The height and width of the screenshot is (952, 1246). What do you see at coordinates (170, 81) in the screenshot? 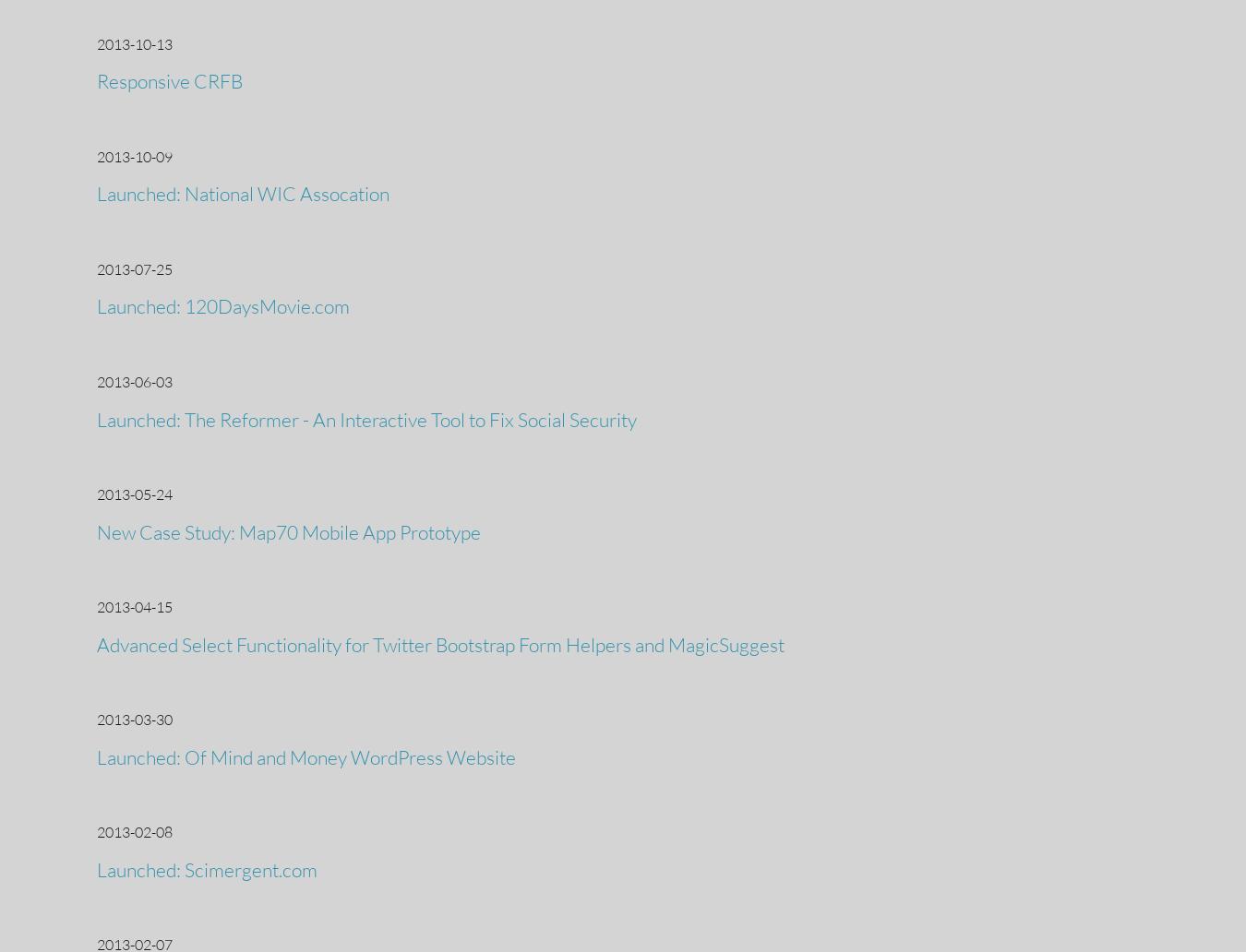
I see `'Responsive CRFB'` at bounding box center [170, 81].